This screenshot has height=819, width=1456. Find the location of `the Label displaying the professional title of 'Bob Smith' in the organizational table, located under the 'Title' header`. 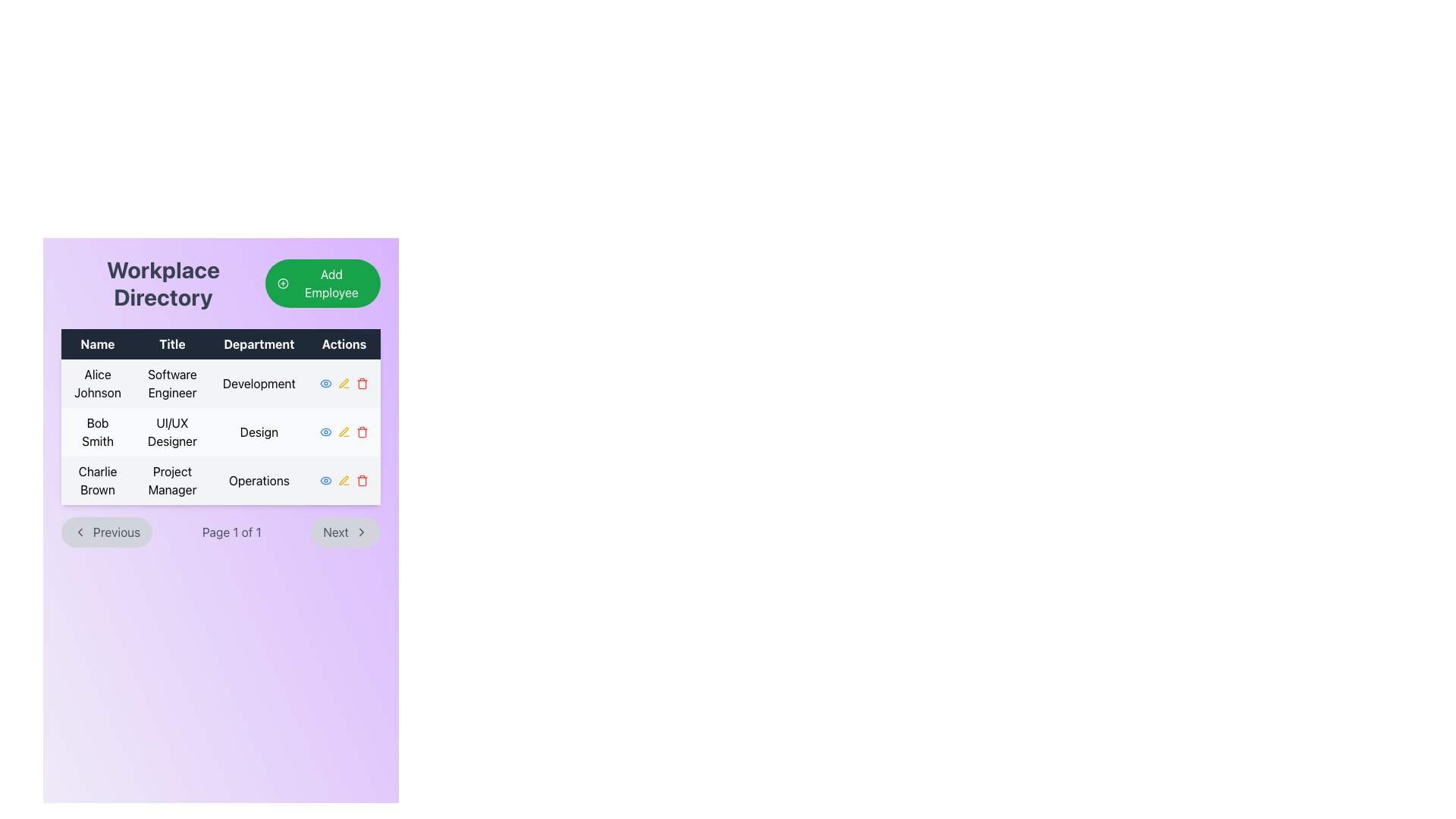

the Label displaying the professional title of 'Bob Smith' in the organizational table, located under the 'Title' header is located at coordinates (172, 432).